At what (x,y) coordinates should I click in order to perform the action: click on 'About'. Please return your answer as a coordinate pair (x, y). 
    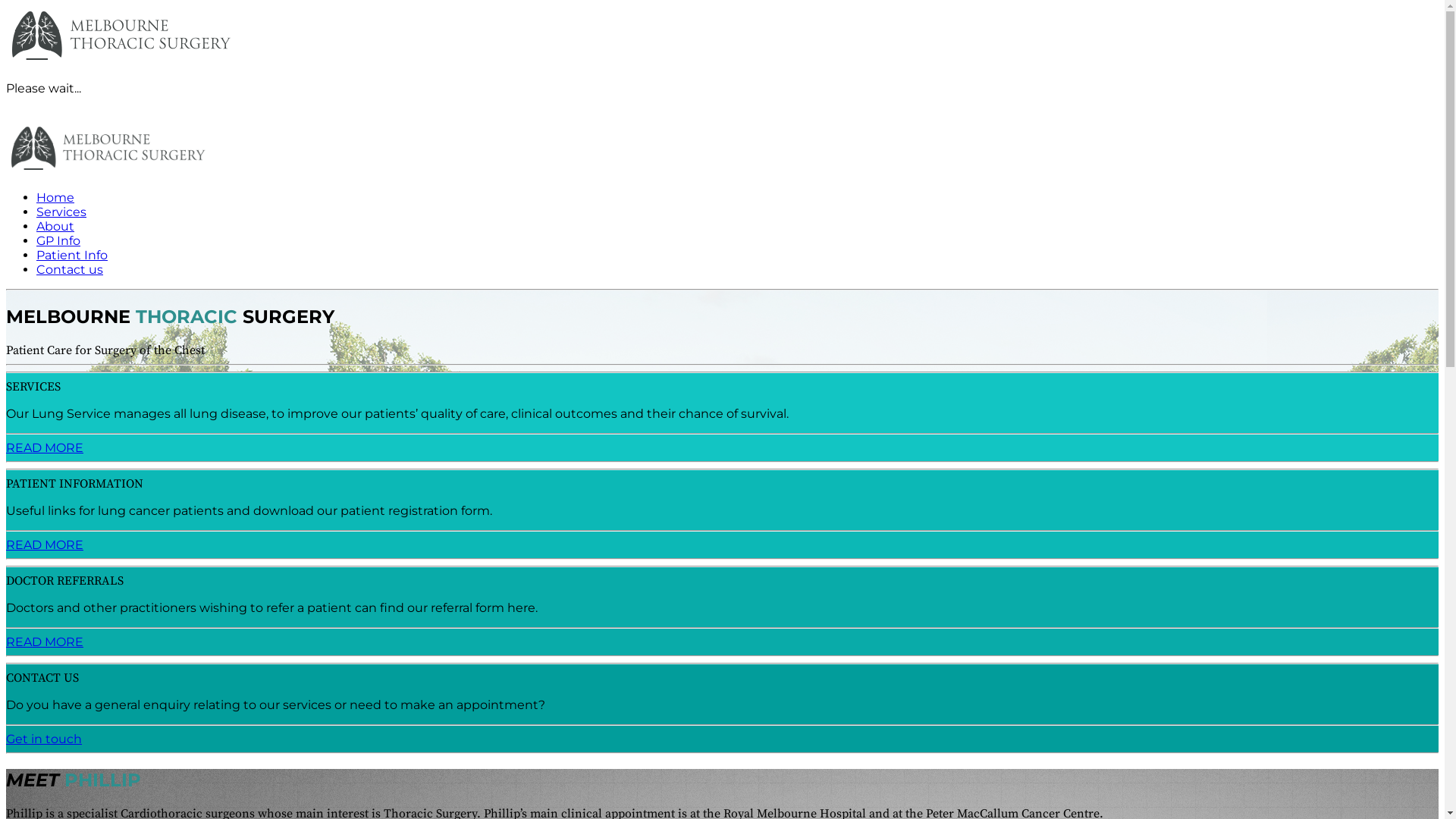
    Looking at the image, I should click on (55, 226).